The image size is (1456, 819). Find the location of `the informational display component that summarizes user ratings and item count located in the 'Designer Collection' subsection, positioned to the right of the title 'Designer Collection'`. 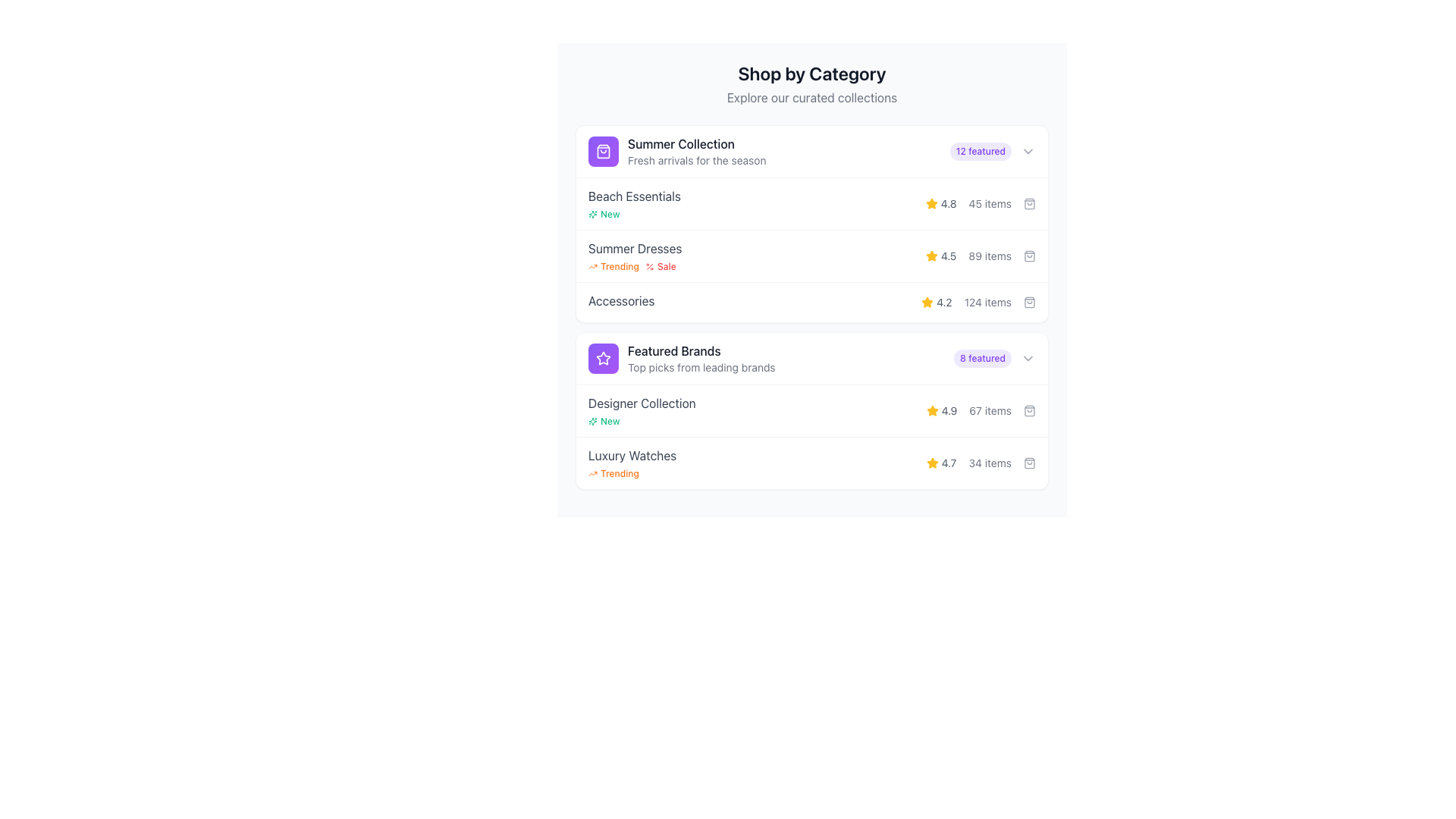

the informational display component that summarizes user ratings and item count located in the 'Designer Collection' subsection, positioned to the right of the title 'Designer Collection' is located at coordinates (981, 411).